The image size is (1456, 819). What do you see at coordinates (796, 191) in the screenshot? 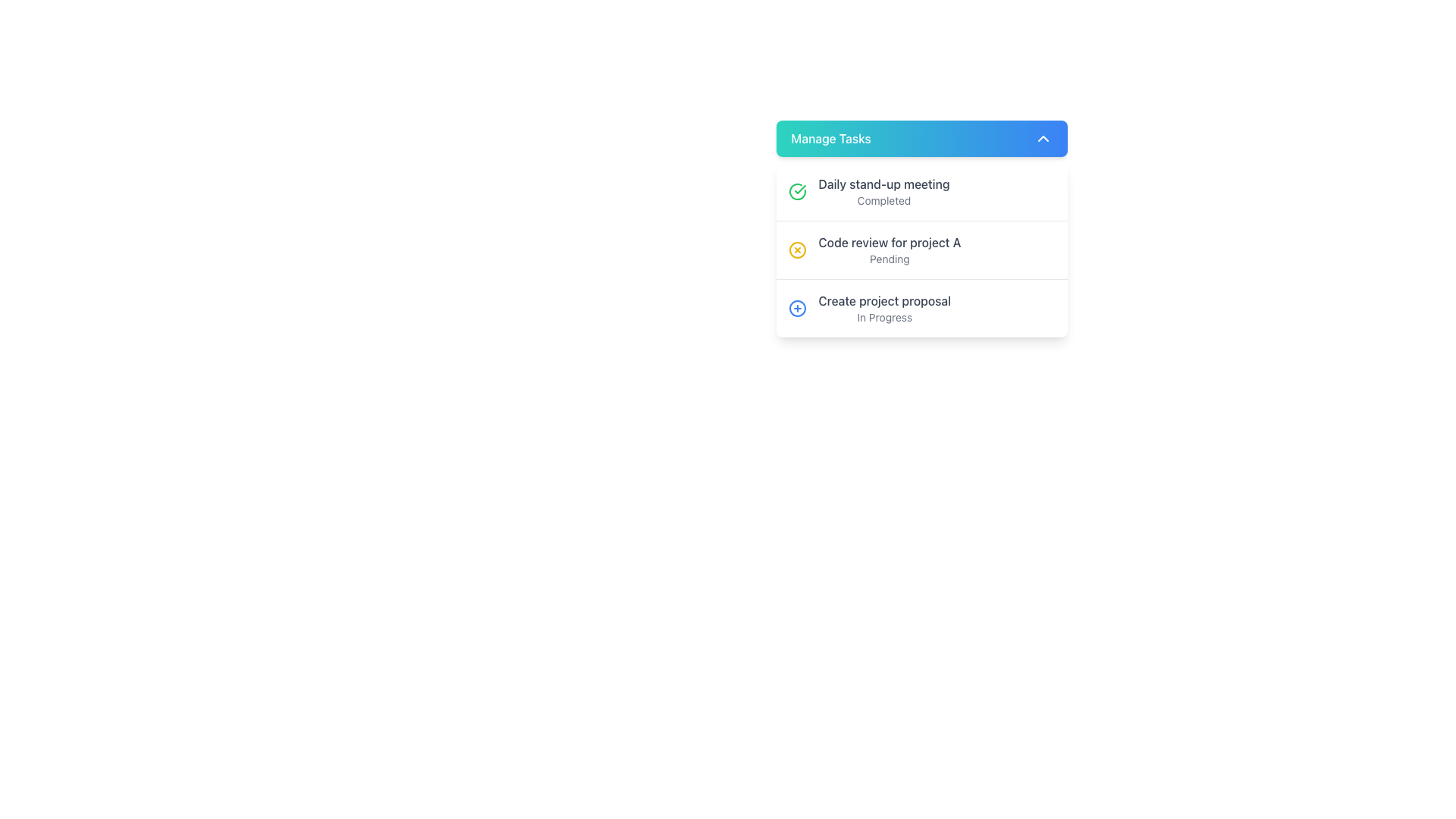
I see `the Status Indicator Icon, which is a green circular icon with a checkmark symbol inside, indicating a completed status for the task 'Daily stand-up meeting'` at bounding box center [796, 191].